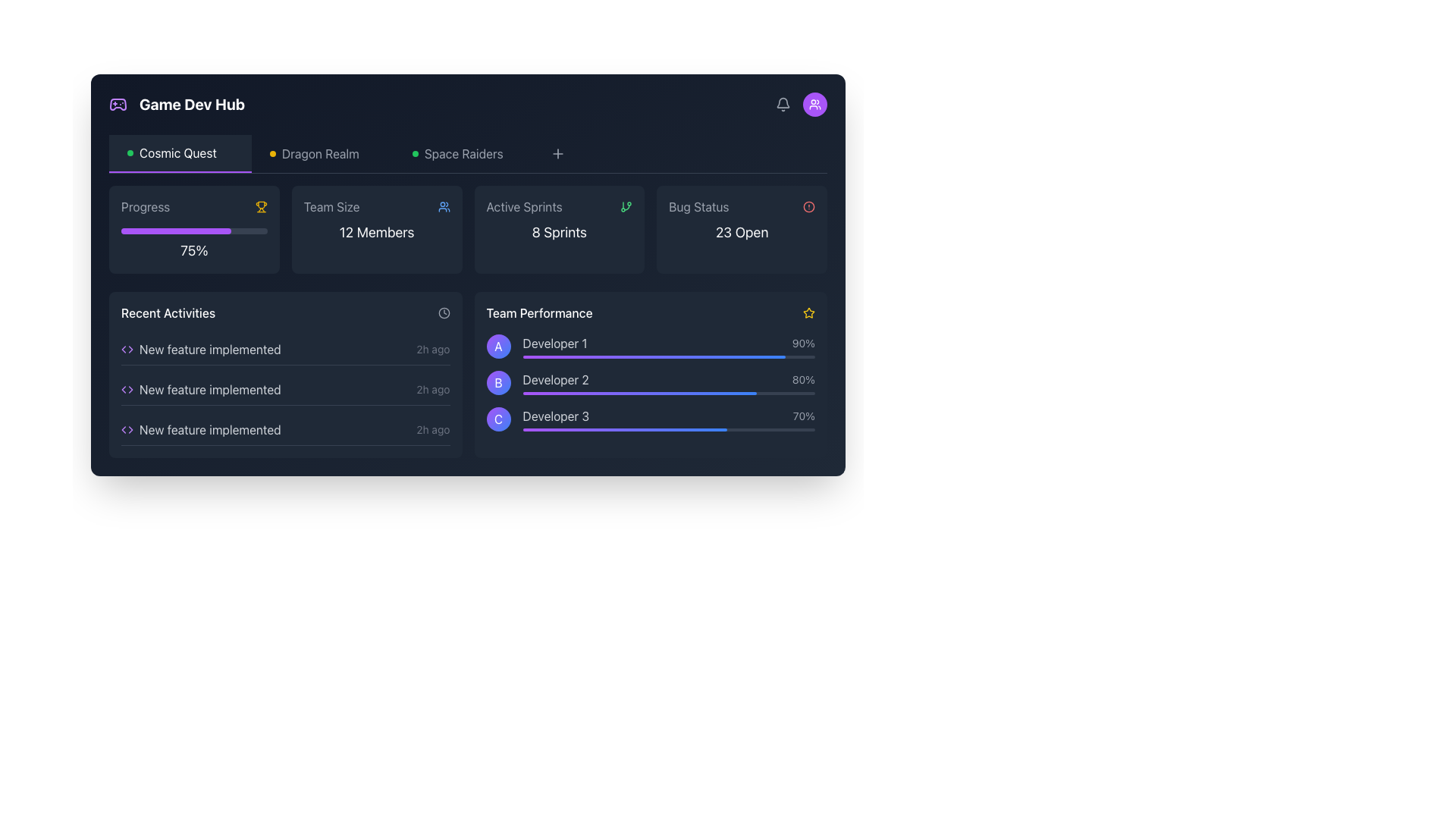 The height and width of the screenshot is (819, 1456). What do you see at coordinates (814, 104) in the screenshot?
I see `the circular icon button with a purple background and a white outline of a group of users symbol, located at the top-right corner of the interface` at bounding box center [814, 104].